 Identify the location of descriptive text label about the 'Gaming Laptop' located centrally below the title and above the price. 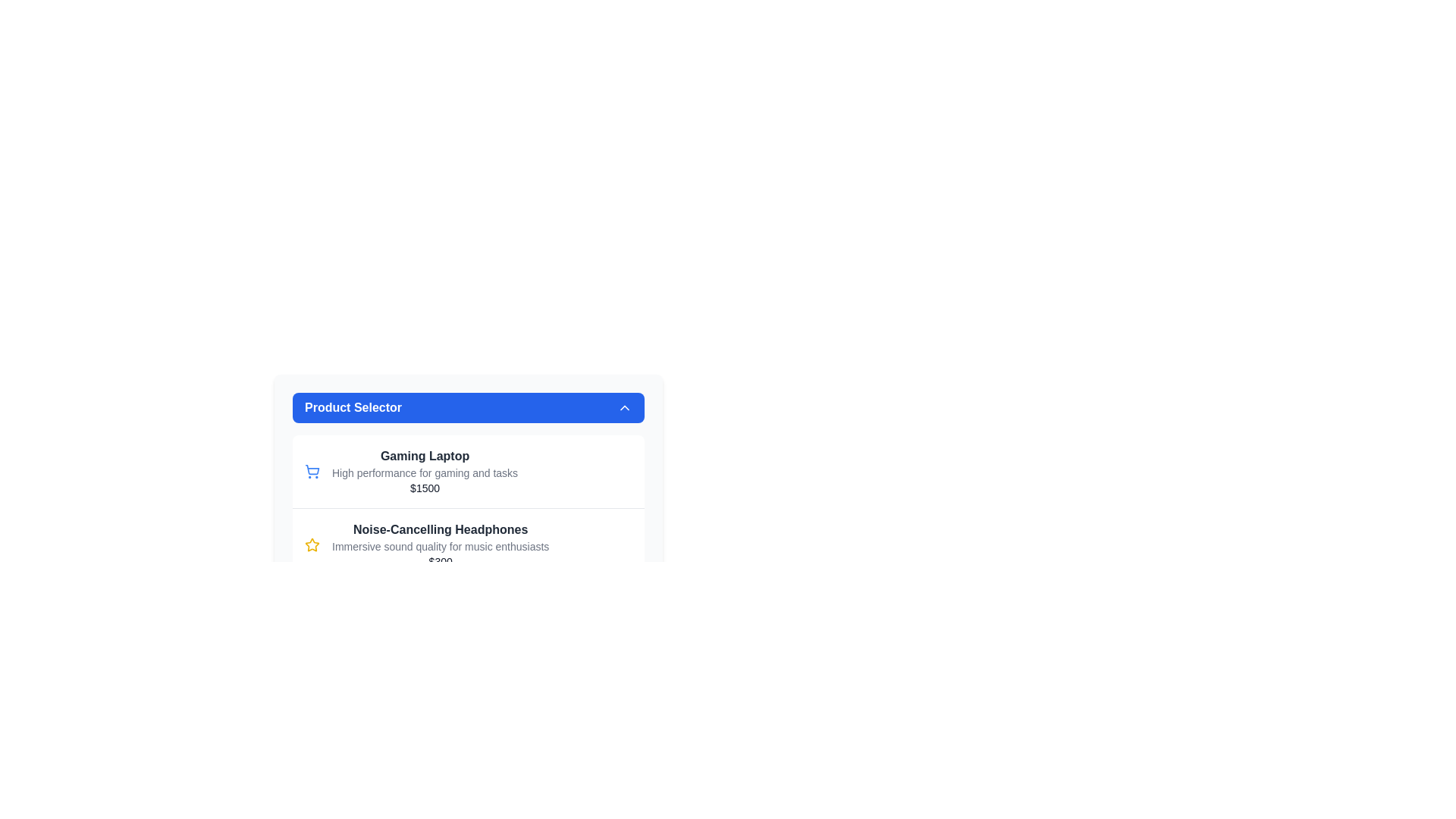
(425, 472).